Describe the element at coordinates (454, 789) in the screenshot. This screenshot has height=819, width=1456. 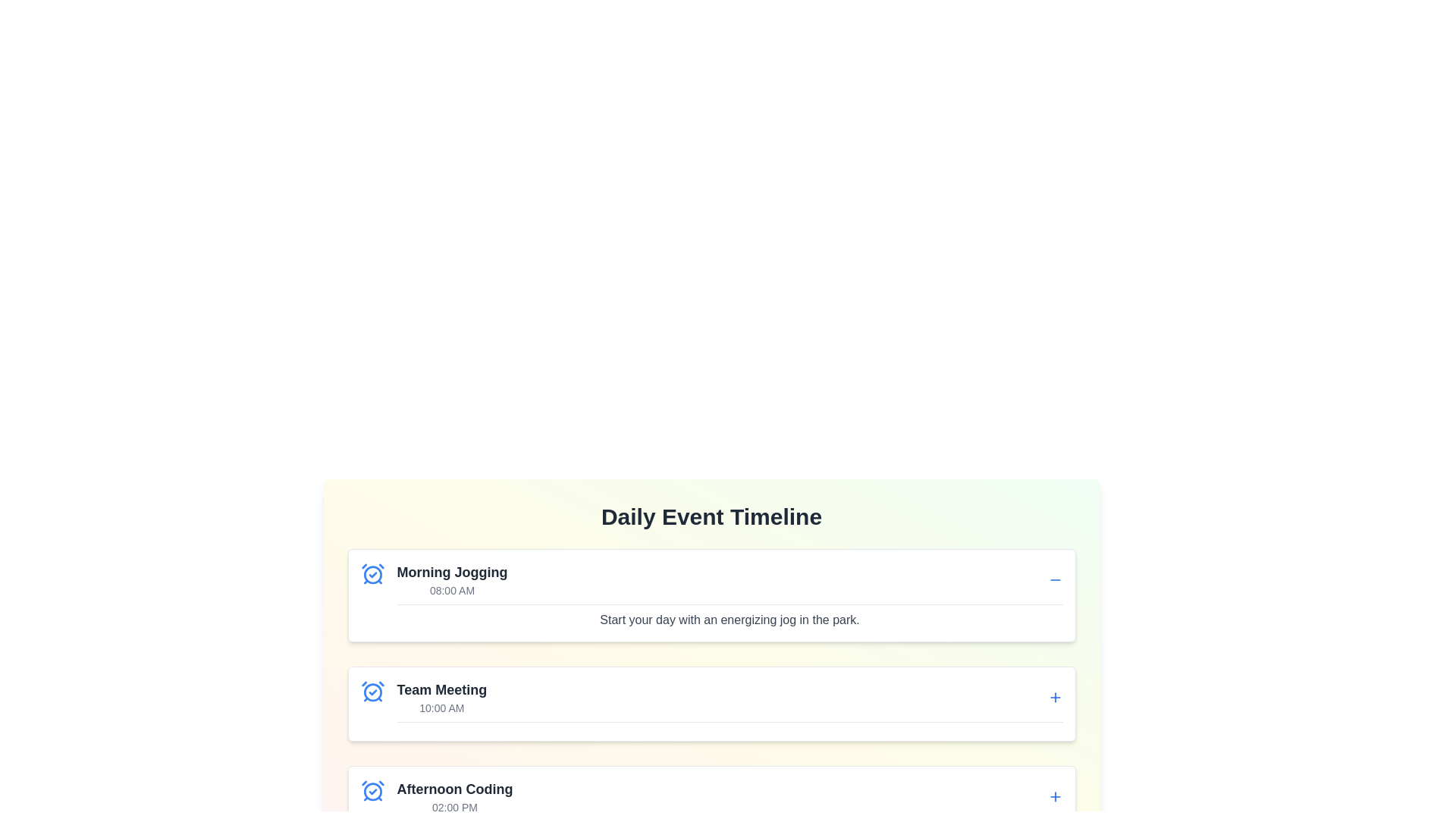
I see `the text label displaying 'Afternoon Coding' in bold, large dark gray font, located in the third section of the vertical timeline interface` at that location.